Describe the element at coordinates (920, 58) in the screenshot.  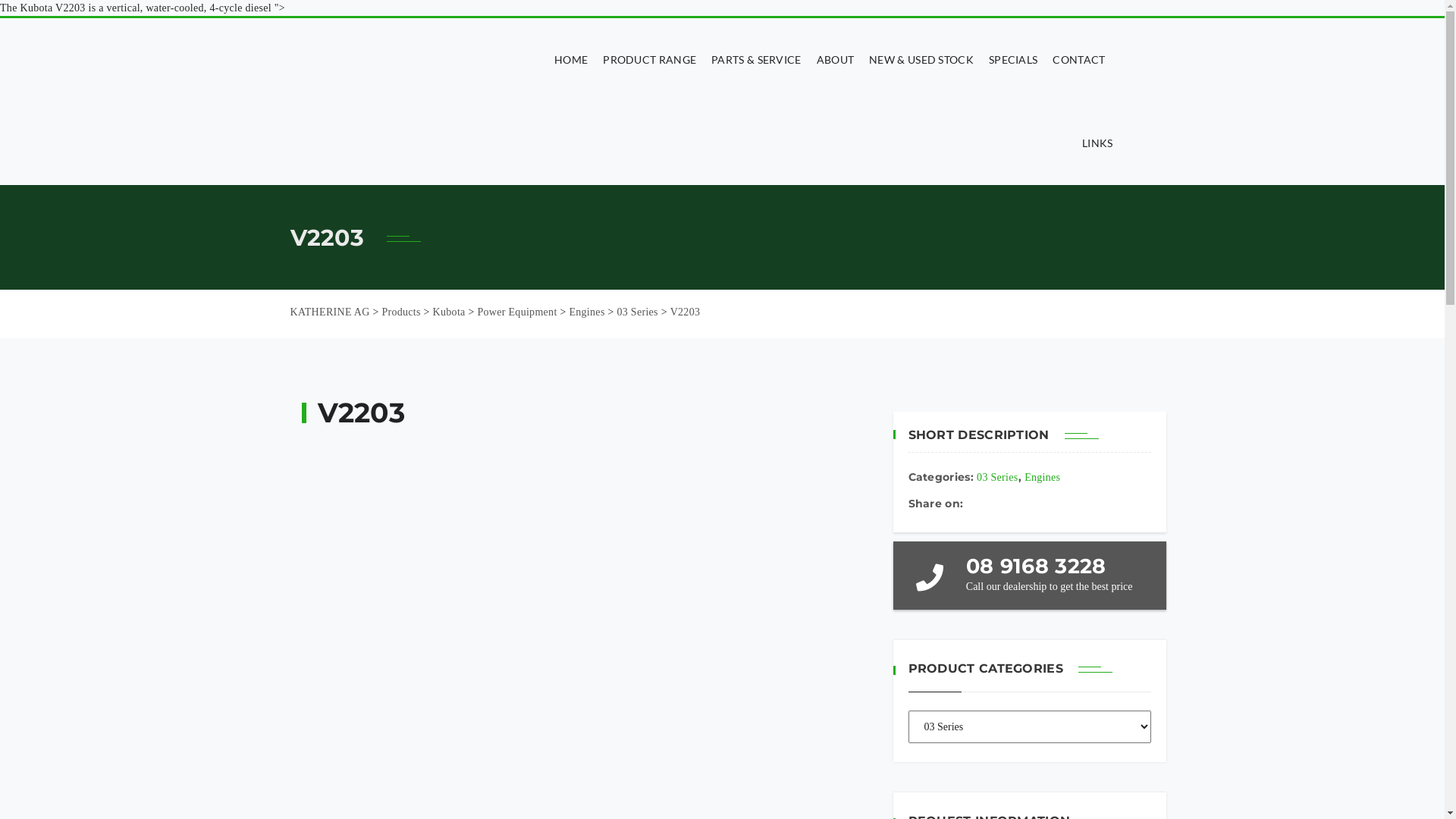
I see `'NEW & USED STOCK'` at that location.